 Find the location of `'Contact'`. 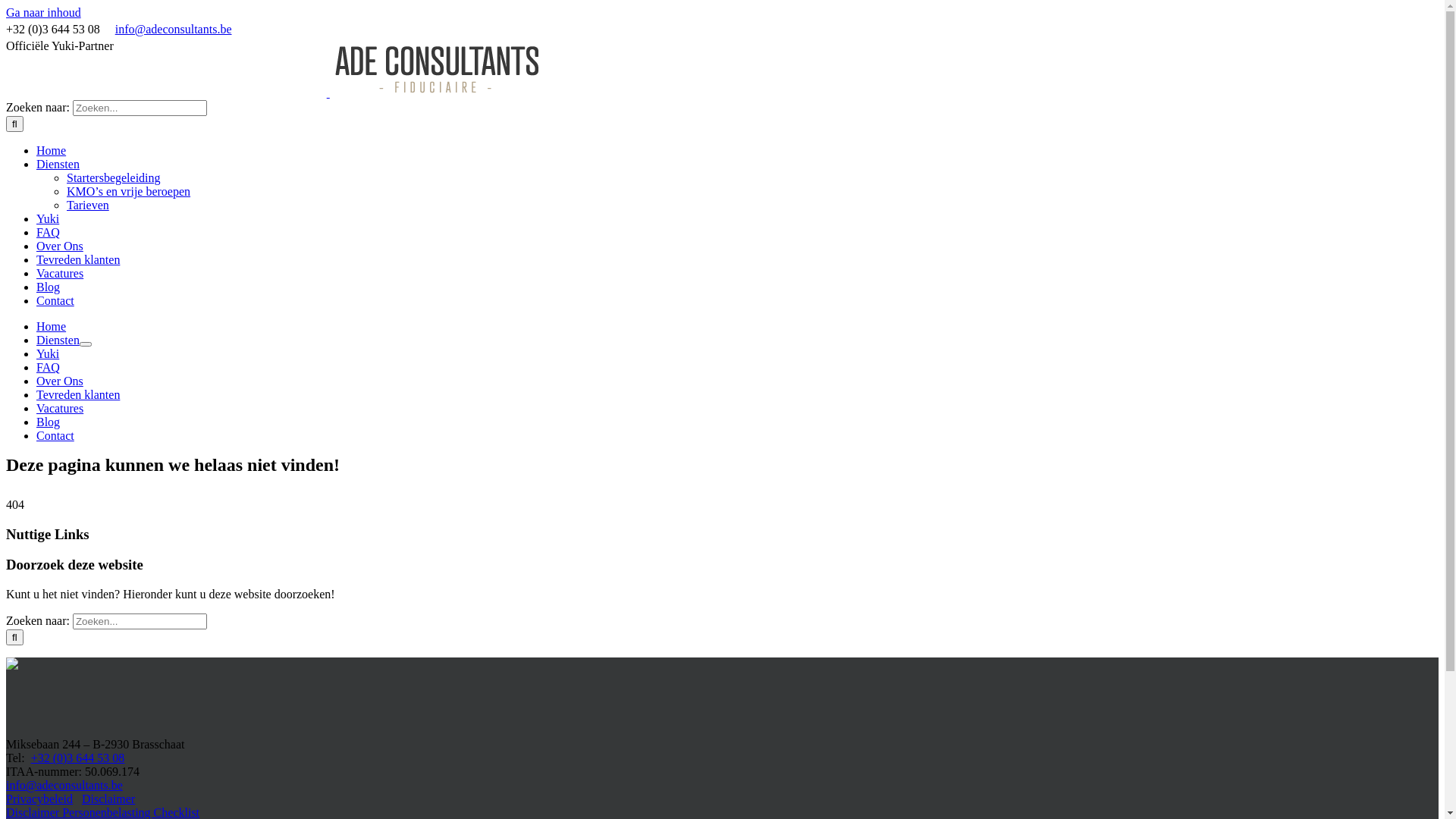

'Contact' is located at coordinates (55, 435).